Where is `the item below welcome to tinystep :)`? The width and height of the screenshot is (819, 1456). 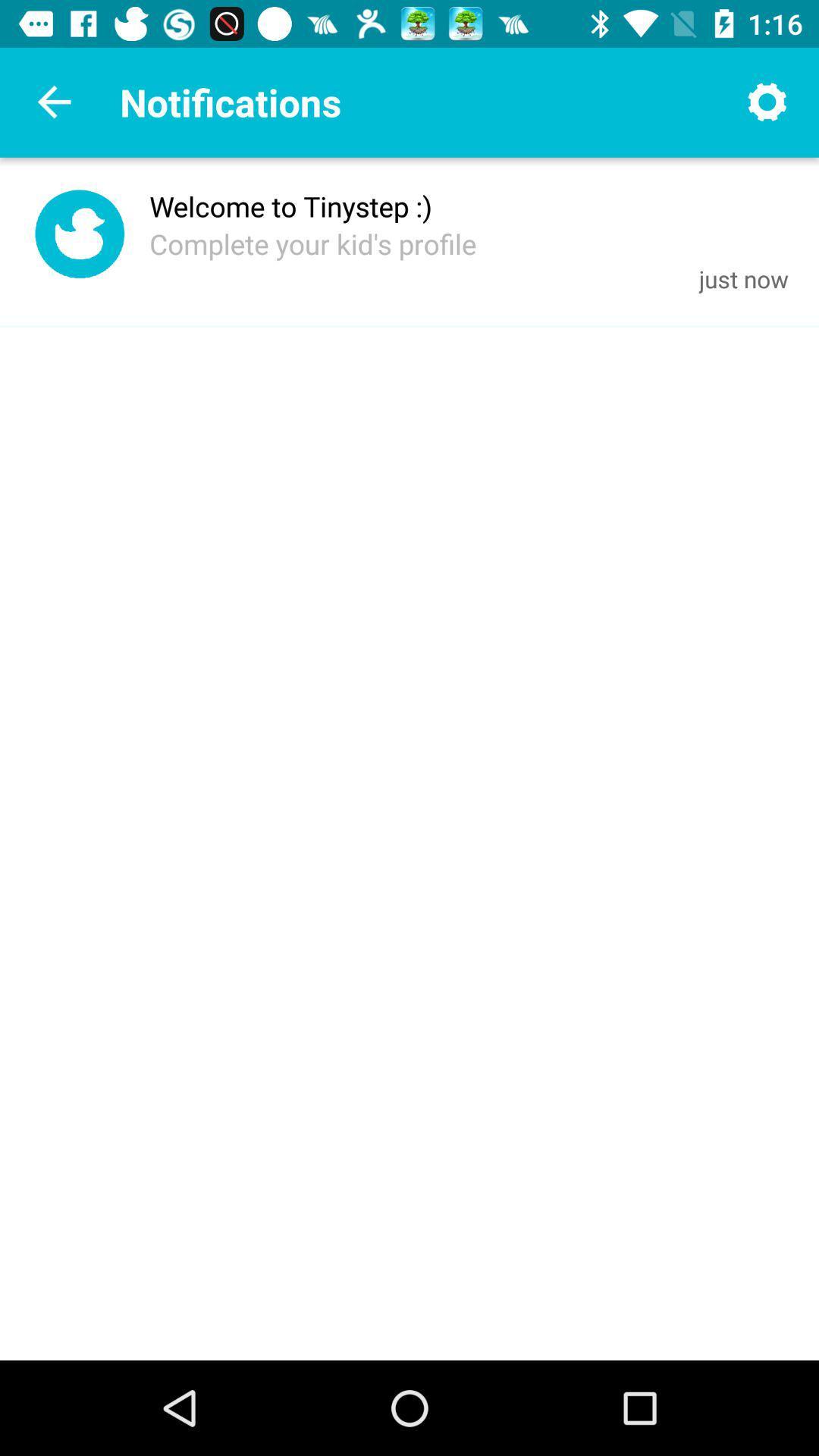 the item below welcome to tinystep :) is located at coordinates (312, 243).